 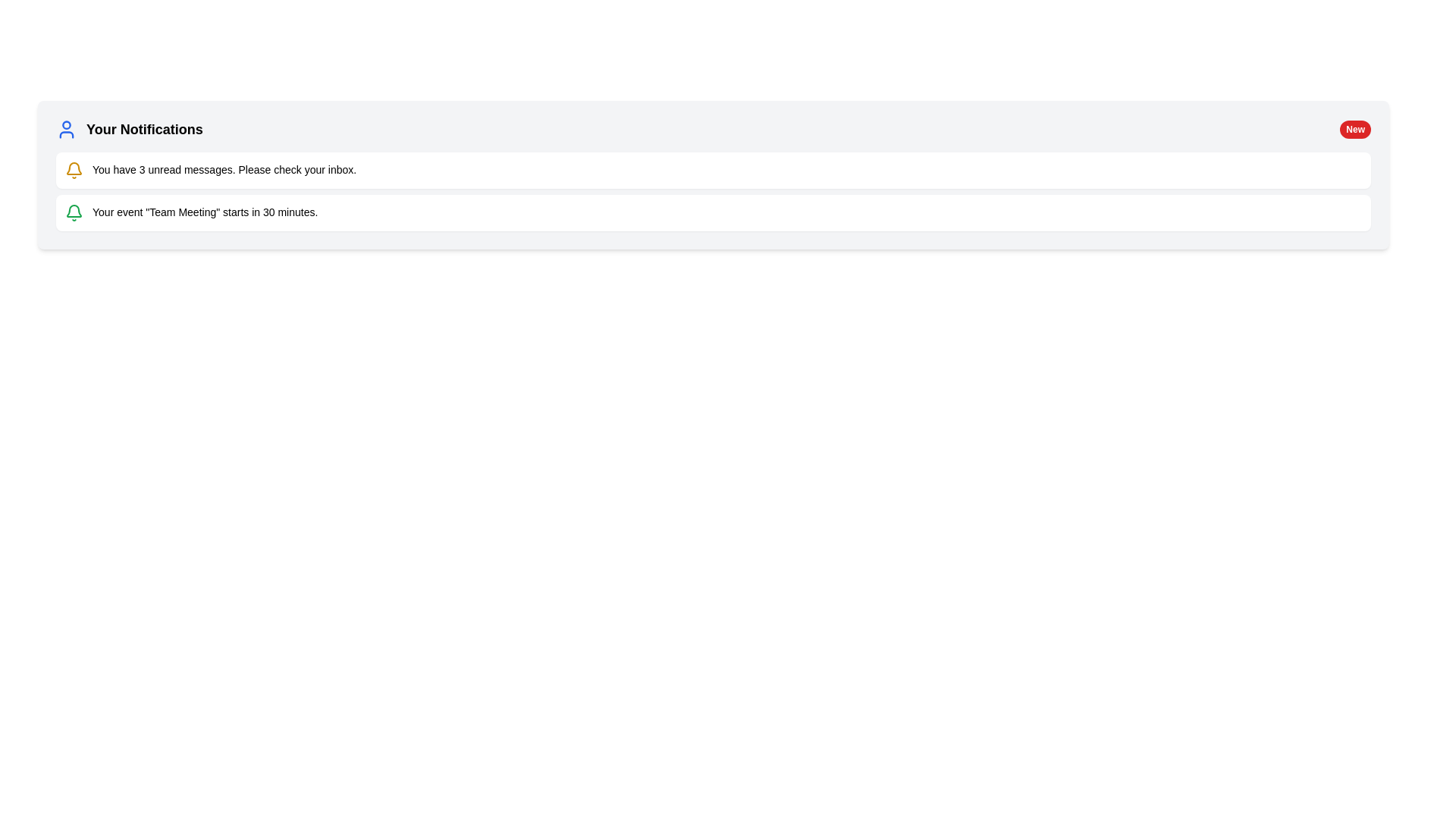 I want to click on the user icon located, so click(x=65, y=128).